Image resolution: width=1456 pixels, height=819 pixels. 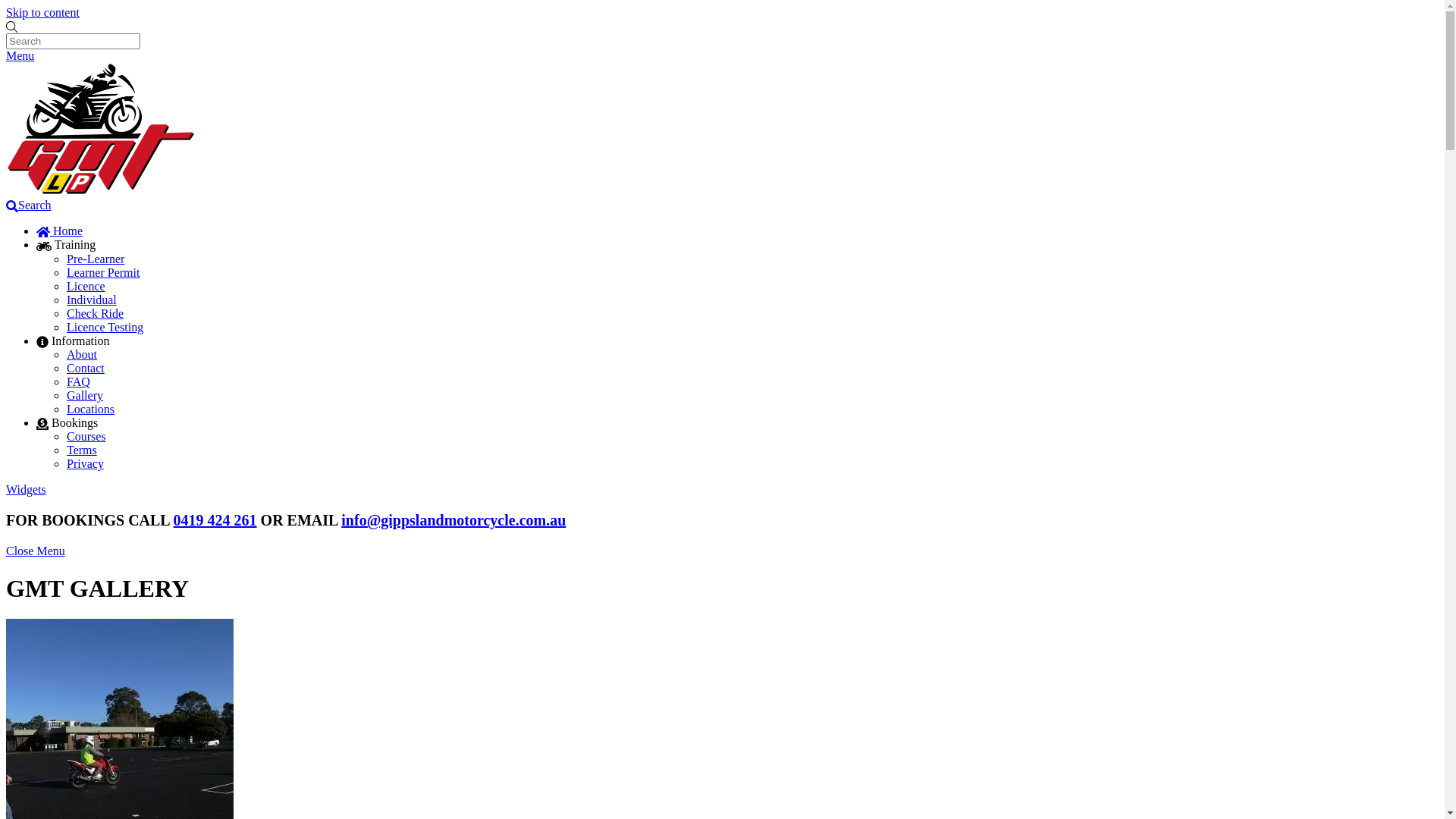 I want to click on 'Check Ride', so click(x=94, y=312).